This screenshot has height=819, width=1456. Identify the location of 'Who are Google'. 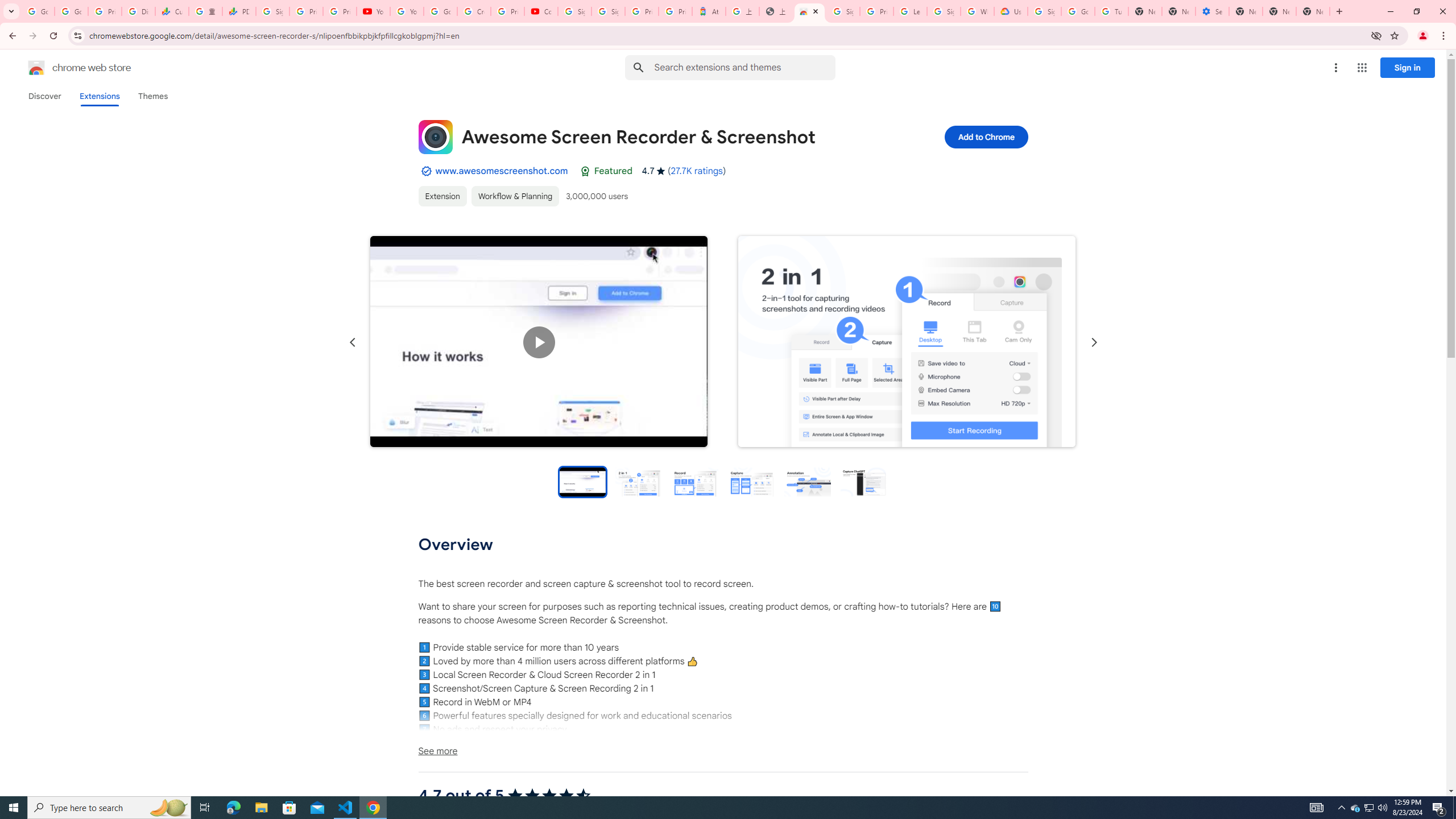
(976, 11).